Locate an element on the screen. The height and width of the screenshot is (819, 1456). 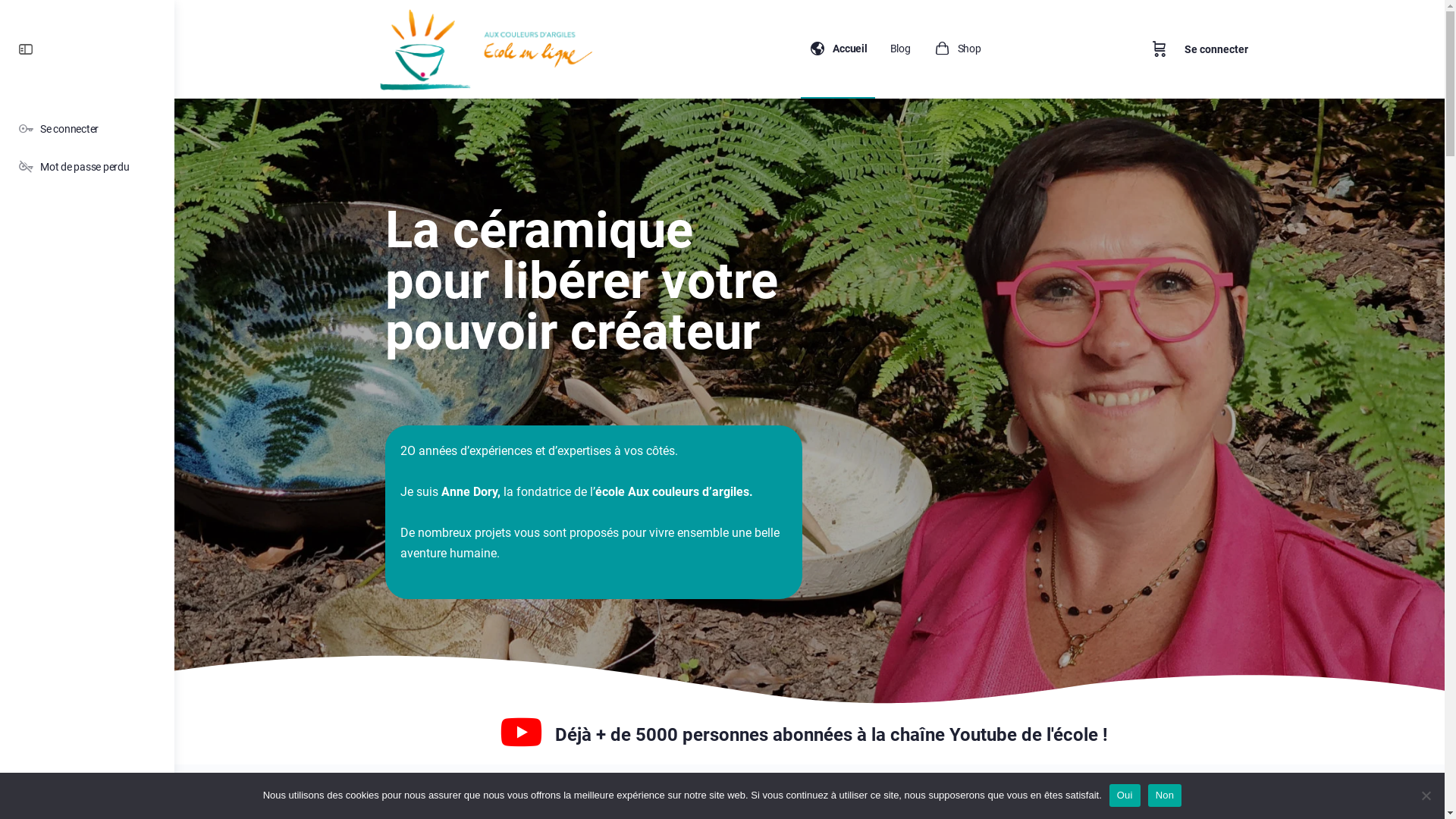
'Accueil' is located at coordinates (836, 49).